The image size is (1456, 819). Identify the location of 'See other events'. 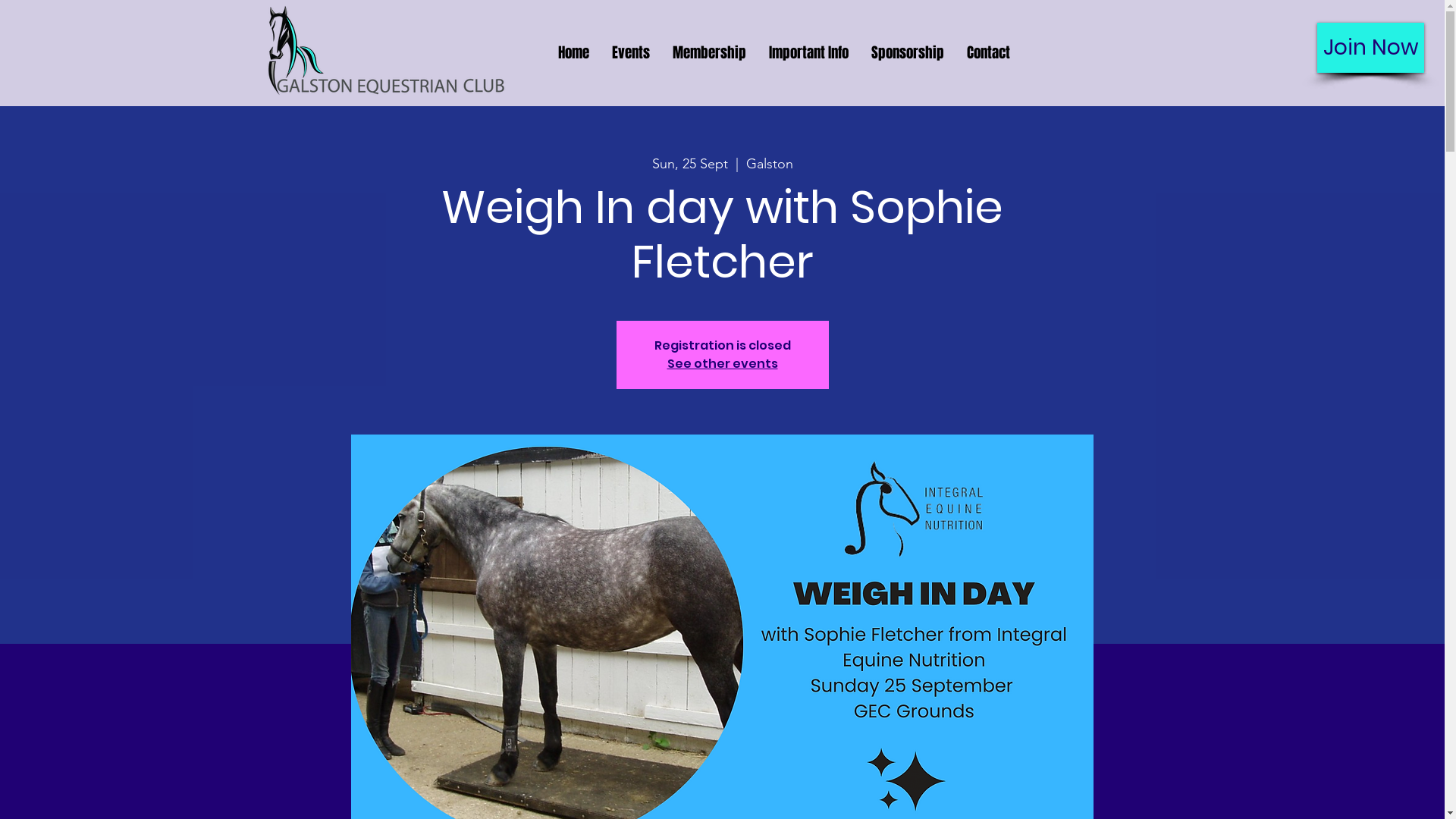
(722, 363).